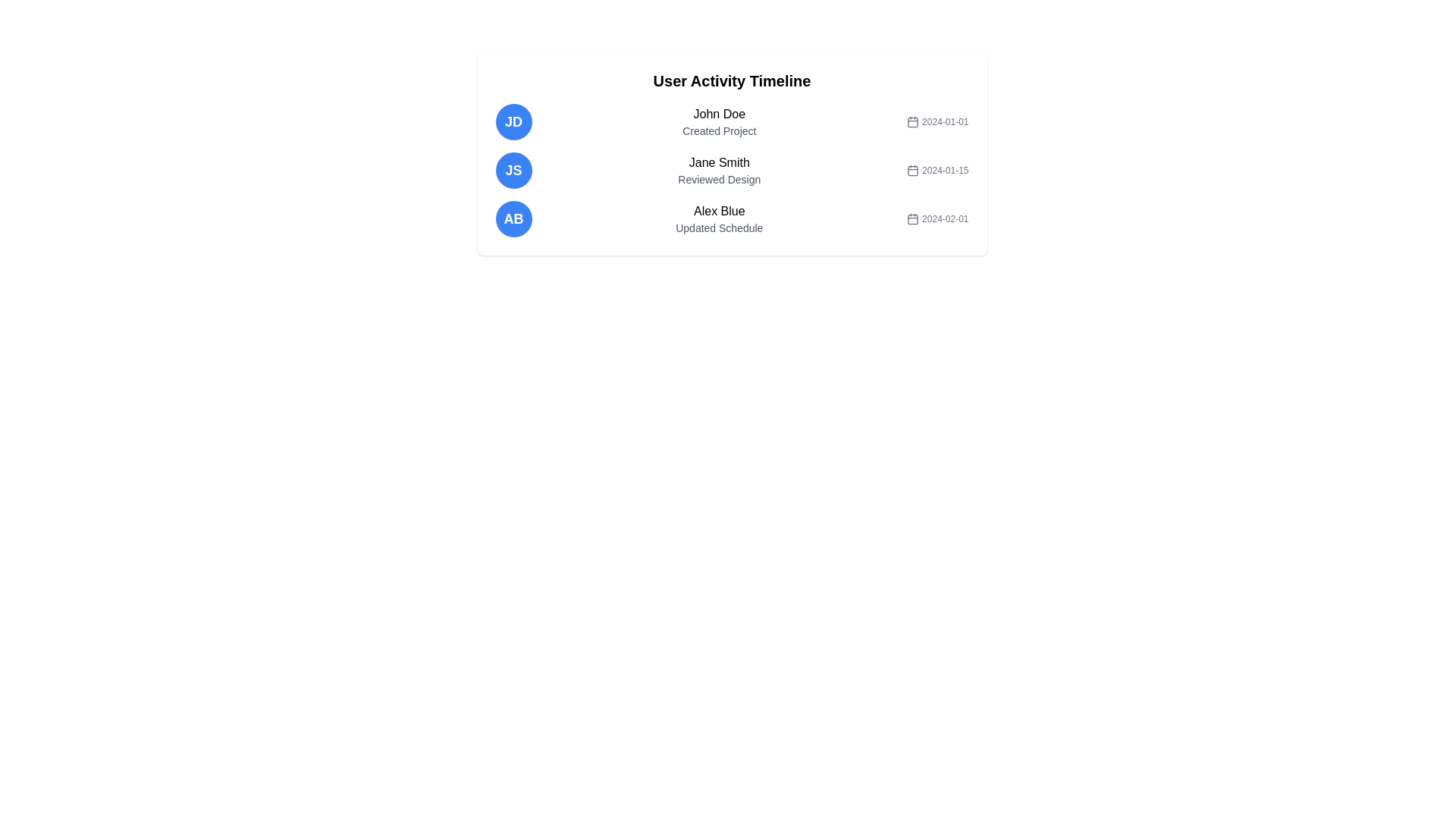 The image size is (1456, 819). Describe the element at coordinates (718, 219) in the screenshot. I see `text content of the Text label displaying 'Alex Blue' with the subtitle 'Updated Schedule', positioned to the right of the circular blue avatar in the vertical timeline` at that location.